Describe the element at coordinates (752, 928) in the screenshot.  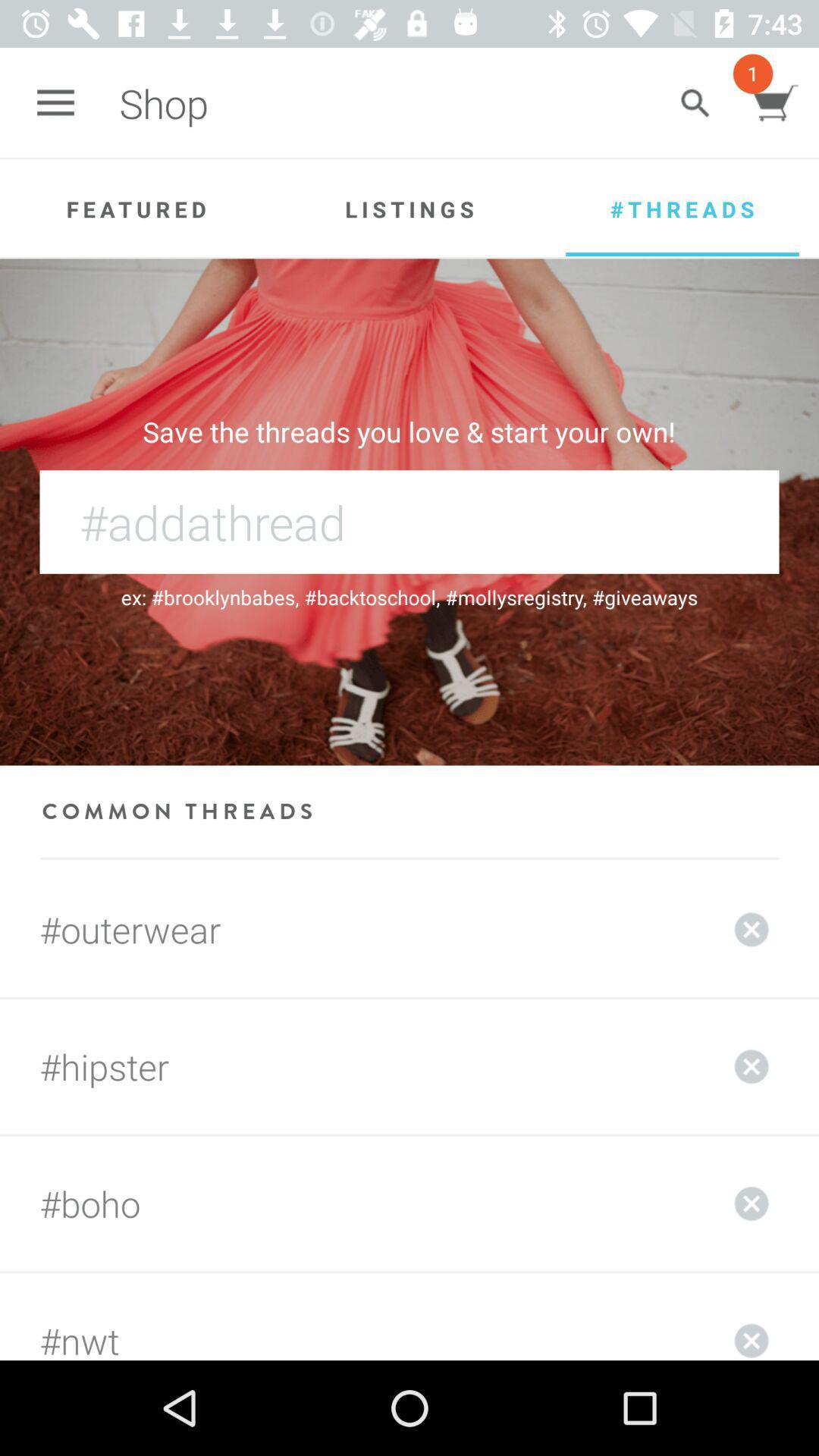
I see `button` at that location.